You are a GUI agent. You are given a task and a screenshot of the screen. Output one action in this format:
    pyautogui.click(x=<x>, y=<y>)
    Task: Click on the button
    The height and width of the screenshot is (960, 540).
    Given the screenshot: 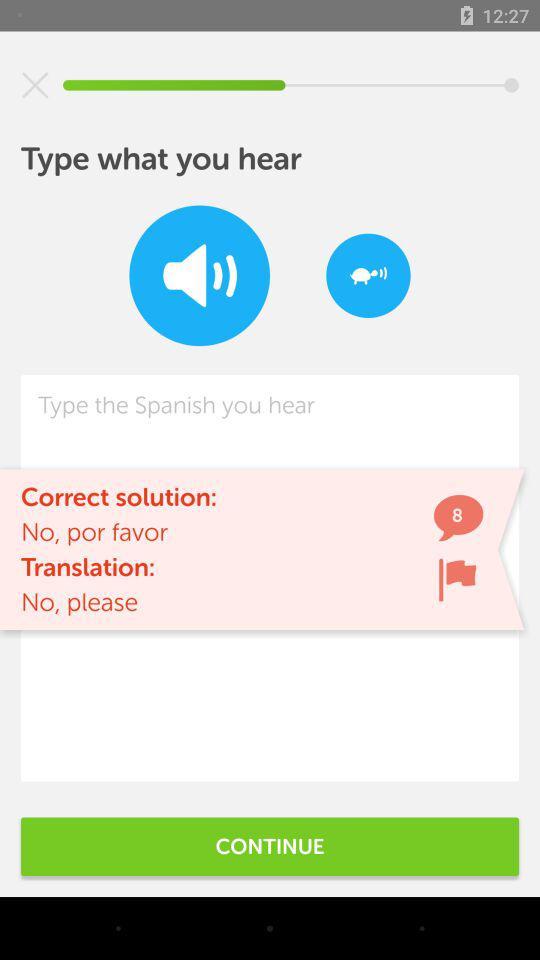 What is the action you would take?
    pyautogui.click(x=35, y=85)
    